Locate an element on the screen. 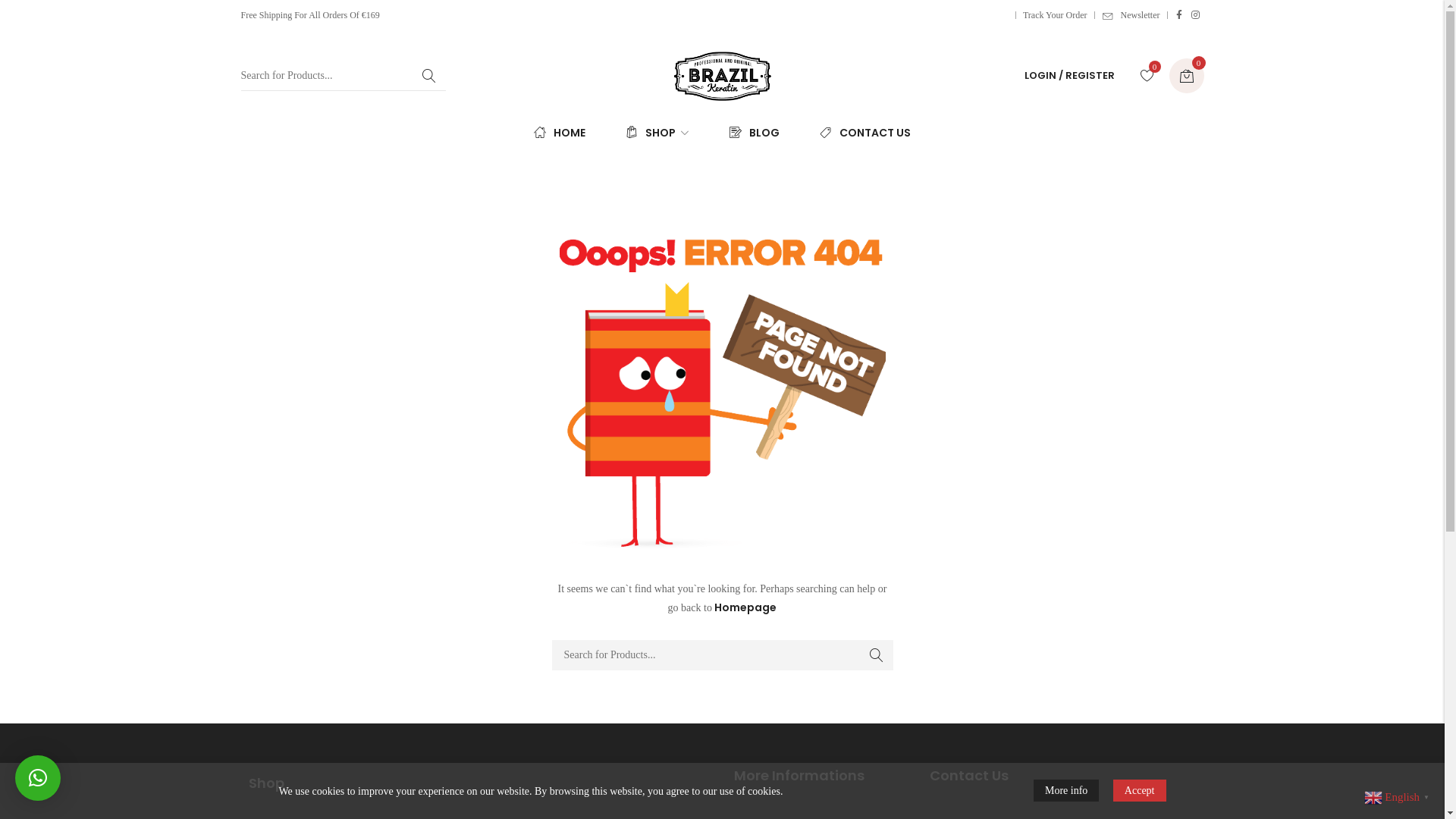  'LOGIN / REGISTER' is located at coordinates (1068, 76).